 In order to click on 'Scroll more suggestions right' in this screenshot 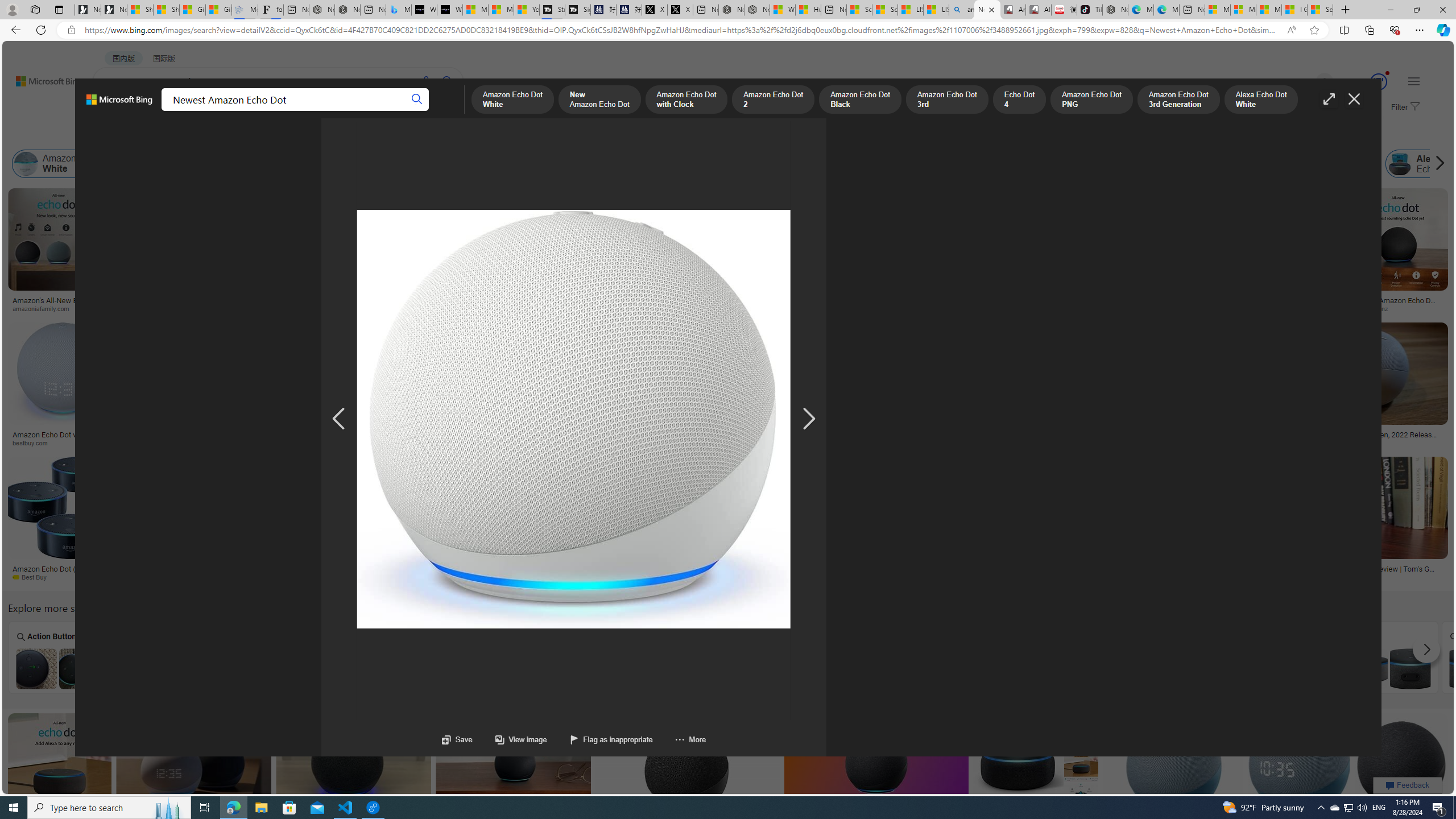, I will do `click(1426, 649)`.